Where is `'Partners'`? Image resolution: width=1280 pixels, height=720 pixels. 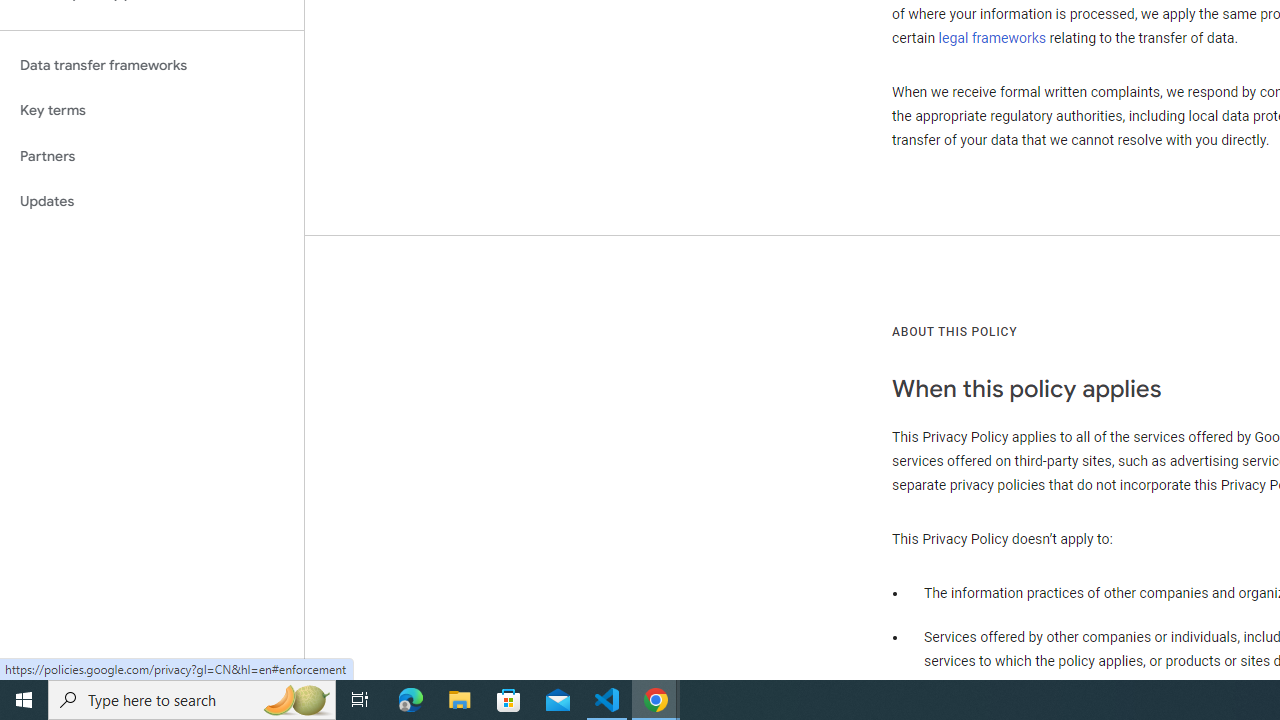
'Partners' is located at coordinates (151, 155).